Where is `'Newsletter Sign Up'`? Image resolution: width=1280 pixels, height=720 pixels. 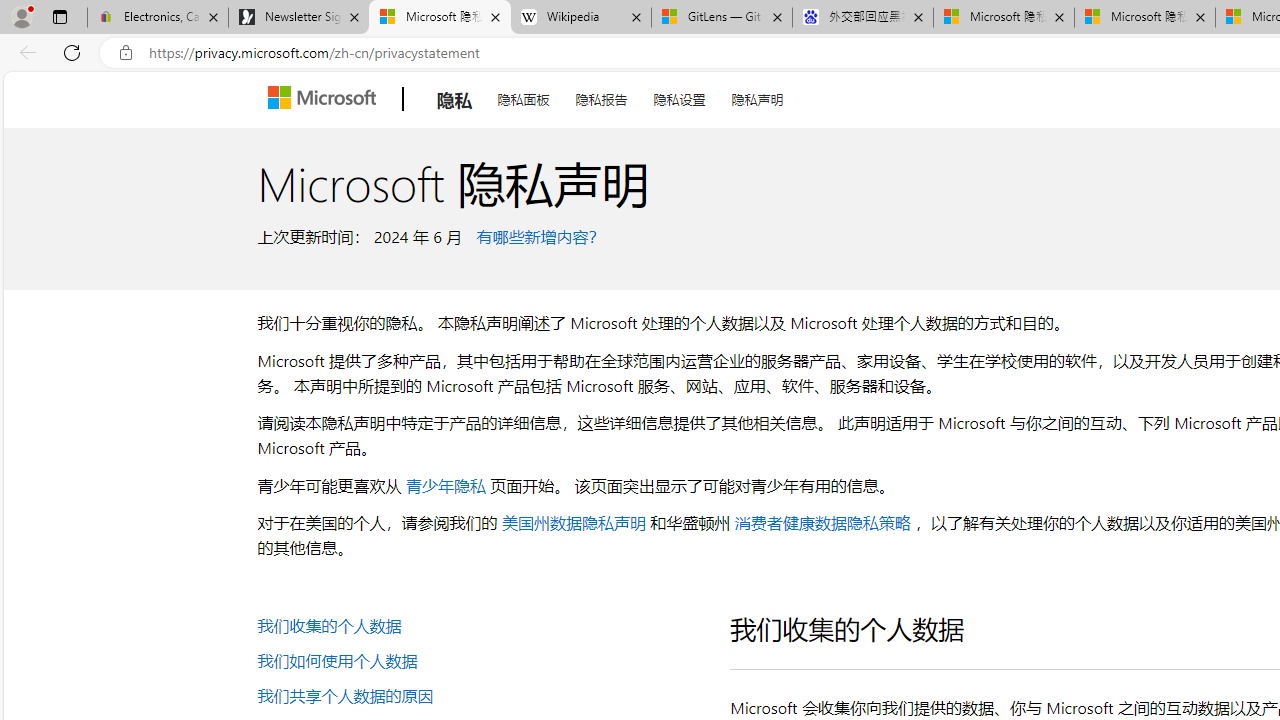
'Newsletter Sign Up' is located at coordinates (297, 17).